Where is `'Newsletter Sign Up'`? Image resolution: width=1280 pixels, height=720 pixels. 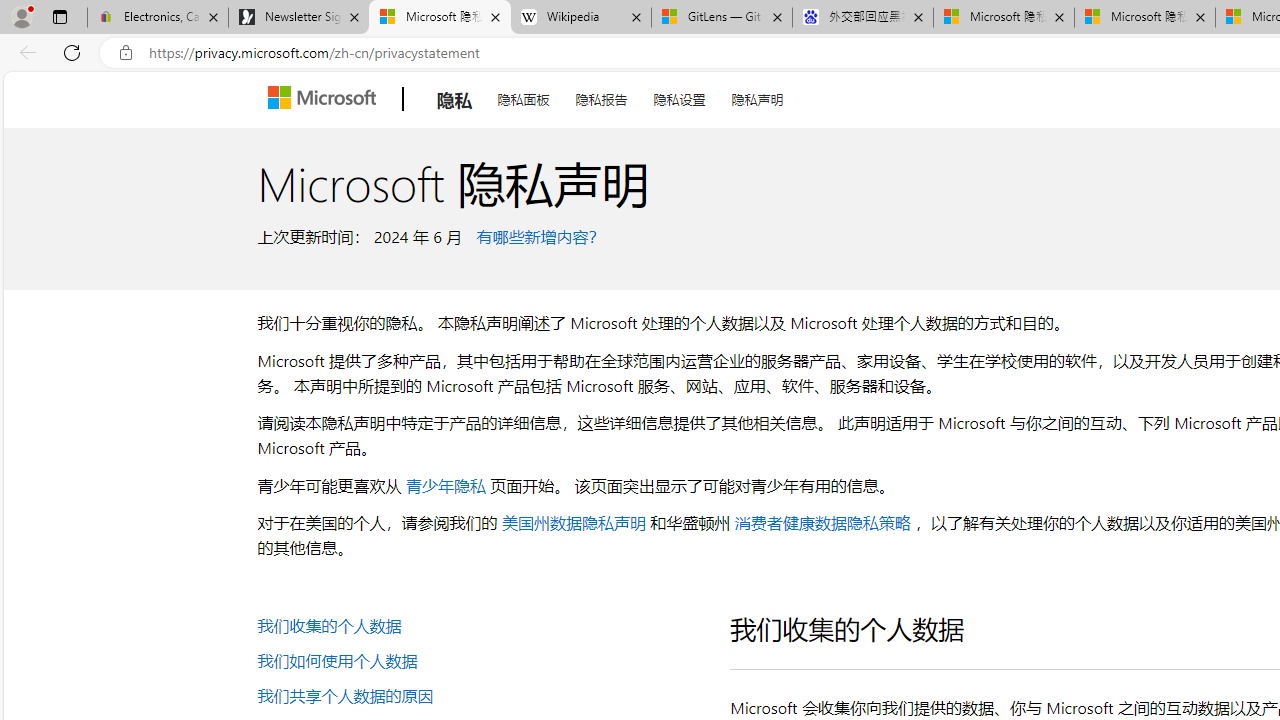
'Newsletter Sign Up' is located at coordinates (297, 17).